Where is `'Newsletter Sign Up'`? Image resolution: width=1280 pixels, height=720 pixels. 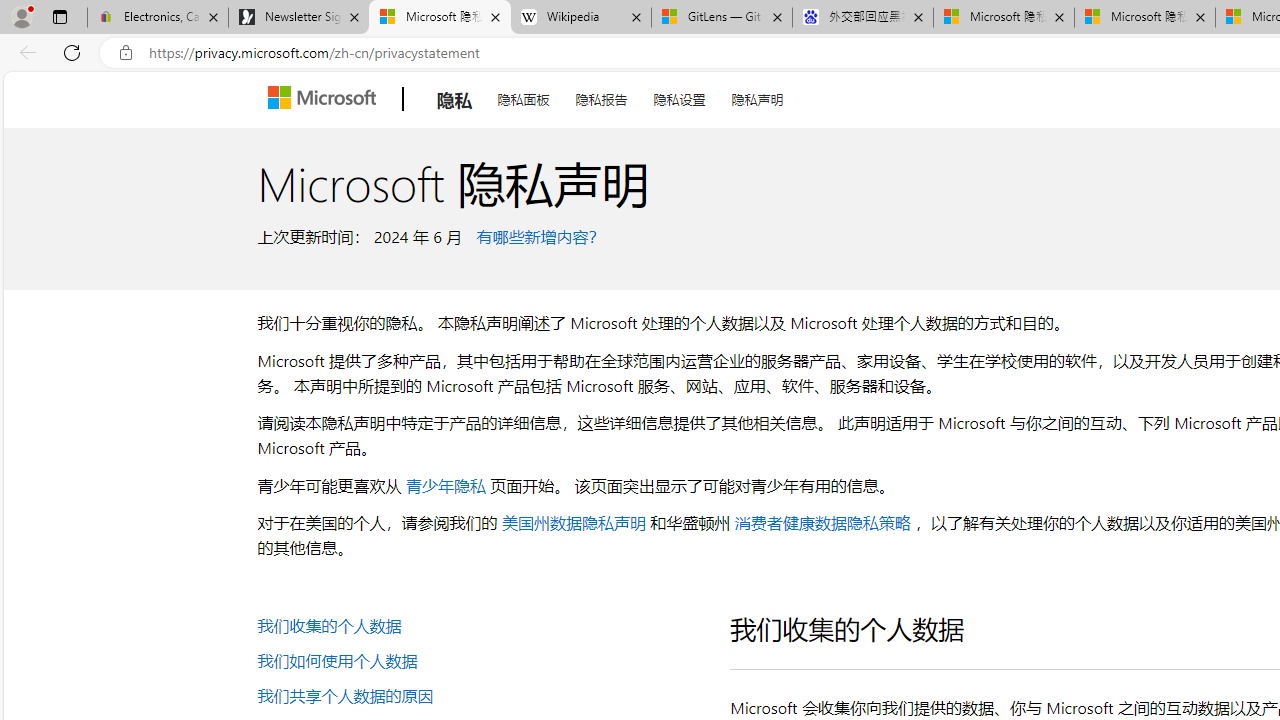
'Newsletter Sign Up' is located at coordinates (297, 17).